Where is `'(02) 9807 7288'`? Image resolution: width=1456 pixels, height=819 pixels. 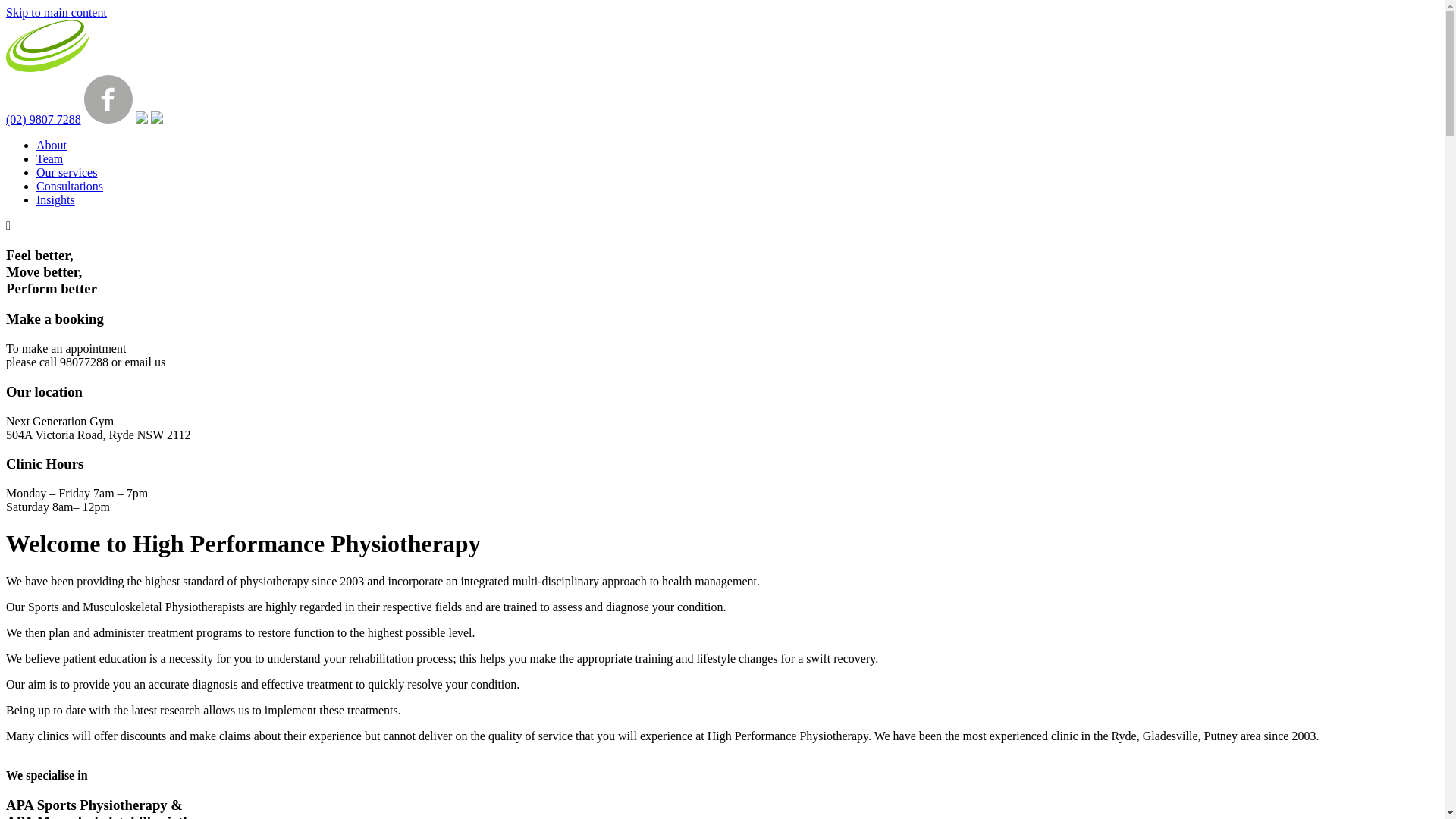
'(02) 9807 7288' is located at coordinates (6, 118).